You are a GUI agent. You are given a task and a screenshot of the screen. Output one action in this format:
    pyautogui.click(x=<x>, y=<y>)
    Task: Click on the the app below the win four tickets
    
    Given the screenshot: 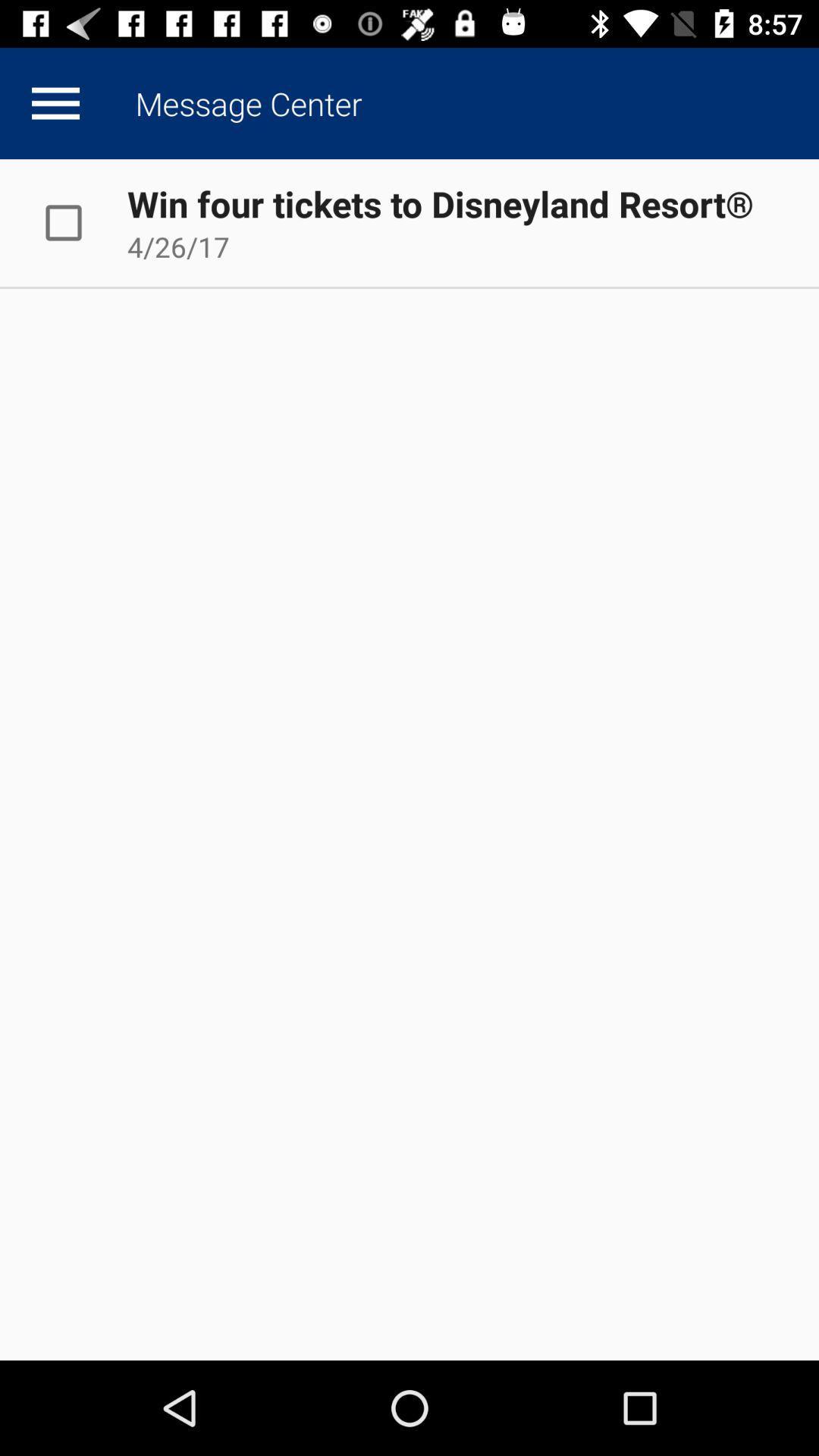 What is the action you would take?
    pyautogui.click(x=177, y=246)
    